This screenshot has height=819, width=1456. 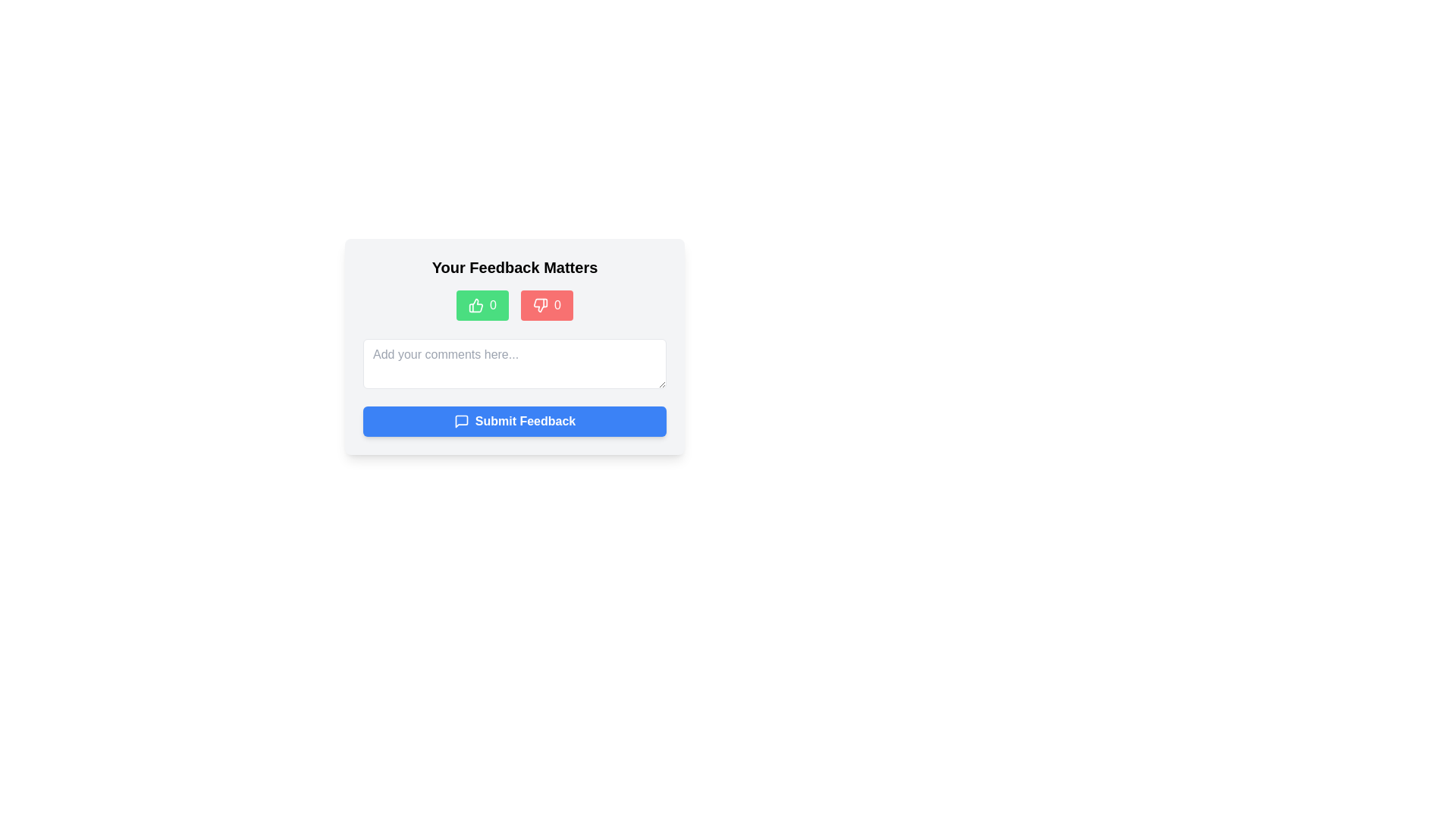 What do you see at coordinates (475, 305) in the screenshot?
I see `the green thumbs-up icon representing the 'Like' action` at bounding box center [475, 305].